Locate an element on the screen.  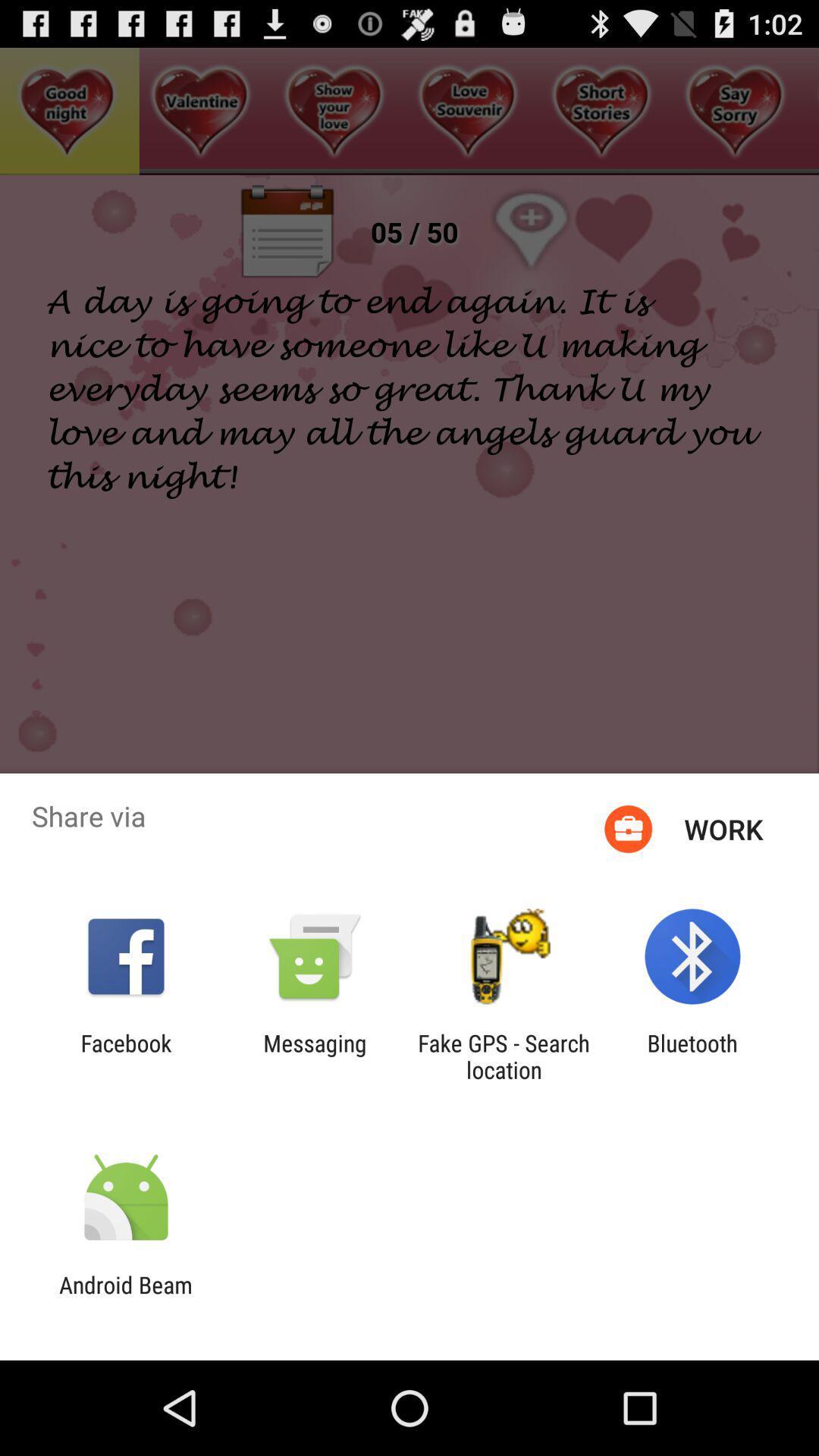
the icon next to the messaging icon is located at coordinates (504, 1056).